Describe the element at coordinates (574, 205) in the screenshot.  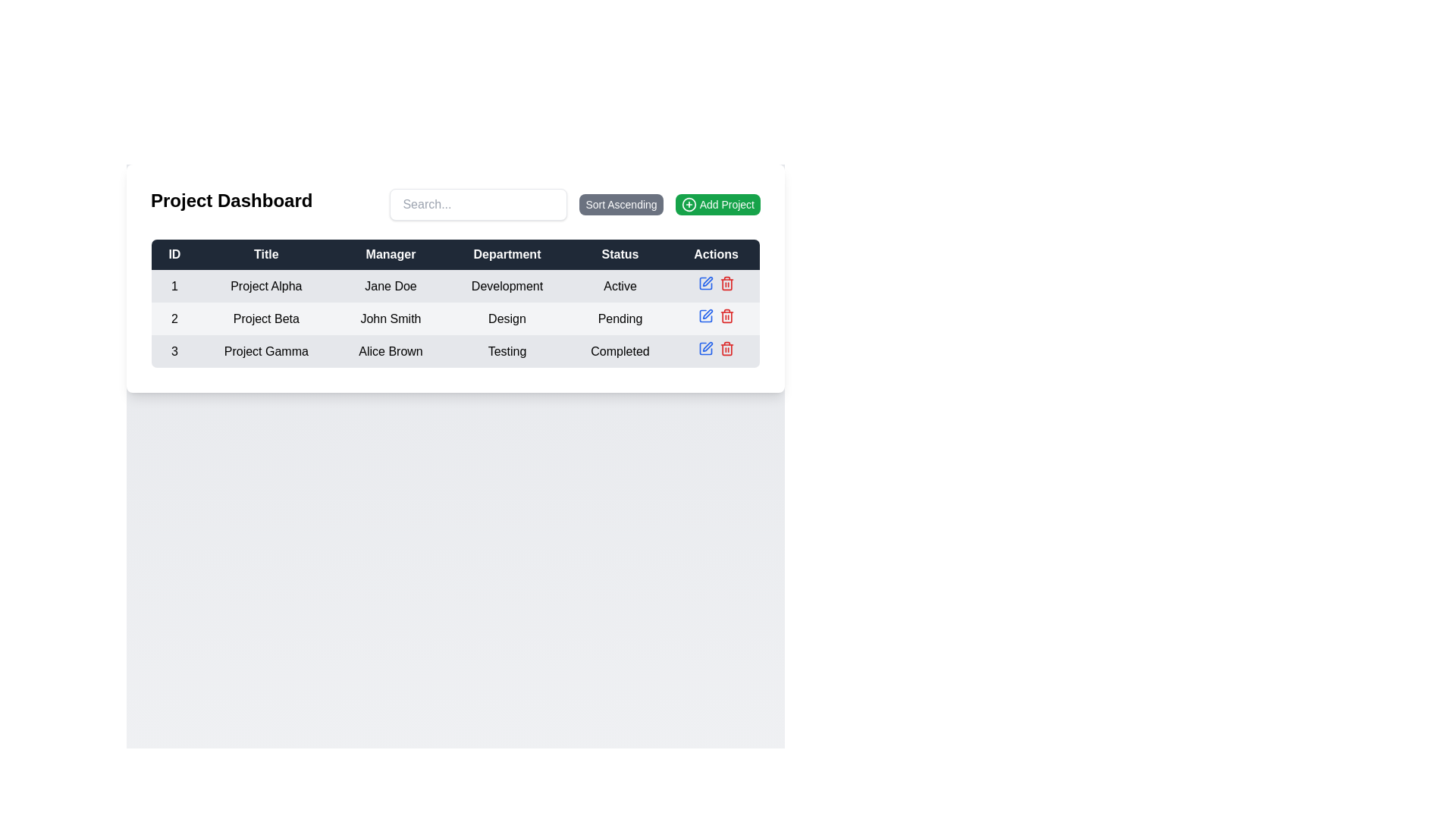
I see `the 'Sort Ascending' button to trigger its hover effect, which is gray with white text and has rounded corners, located in the top-right section of the interface` at that location.